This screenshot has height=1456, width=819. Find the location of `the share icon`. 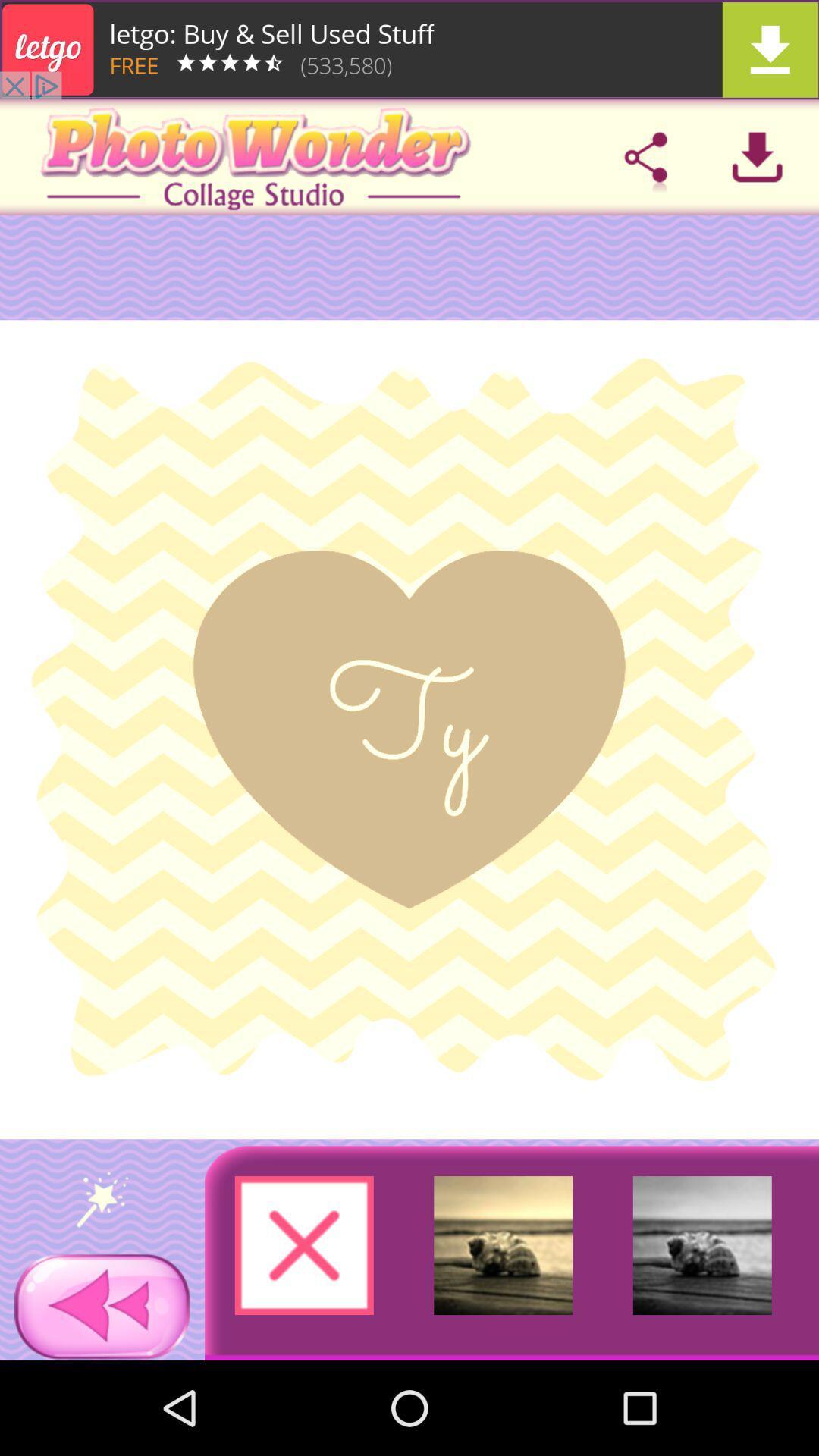

the share icon is located at coordinates (645, 157).